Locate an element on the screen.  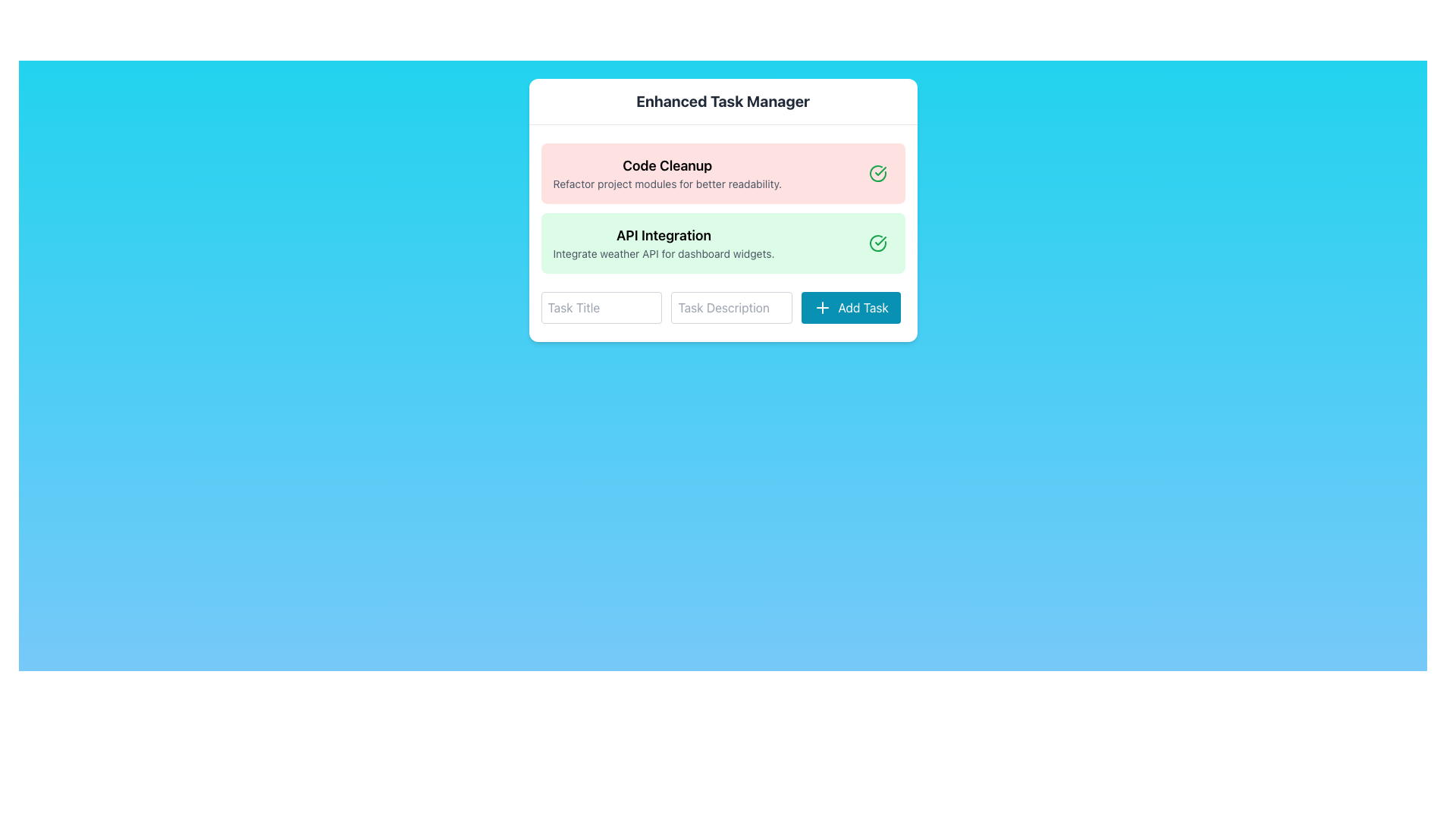
the icon button that marks completion for the 'API Integration' task is located at coordinates (877, 242).